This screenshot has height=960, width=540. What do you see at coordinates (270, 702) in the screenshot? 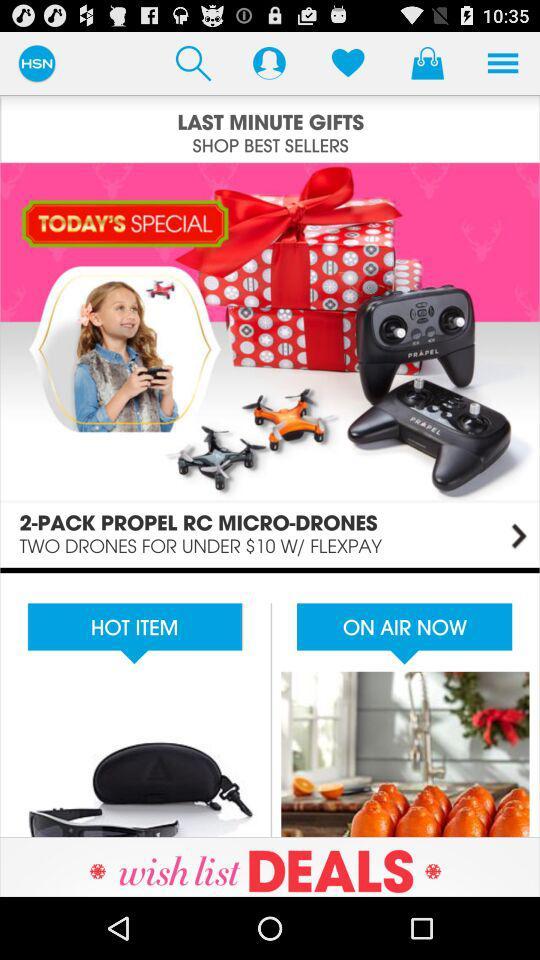
I see `advertisement` at bounding box center [270, 702].